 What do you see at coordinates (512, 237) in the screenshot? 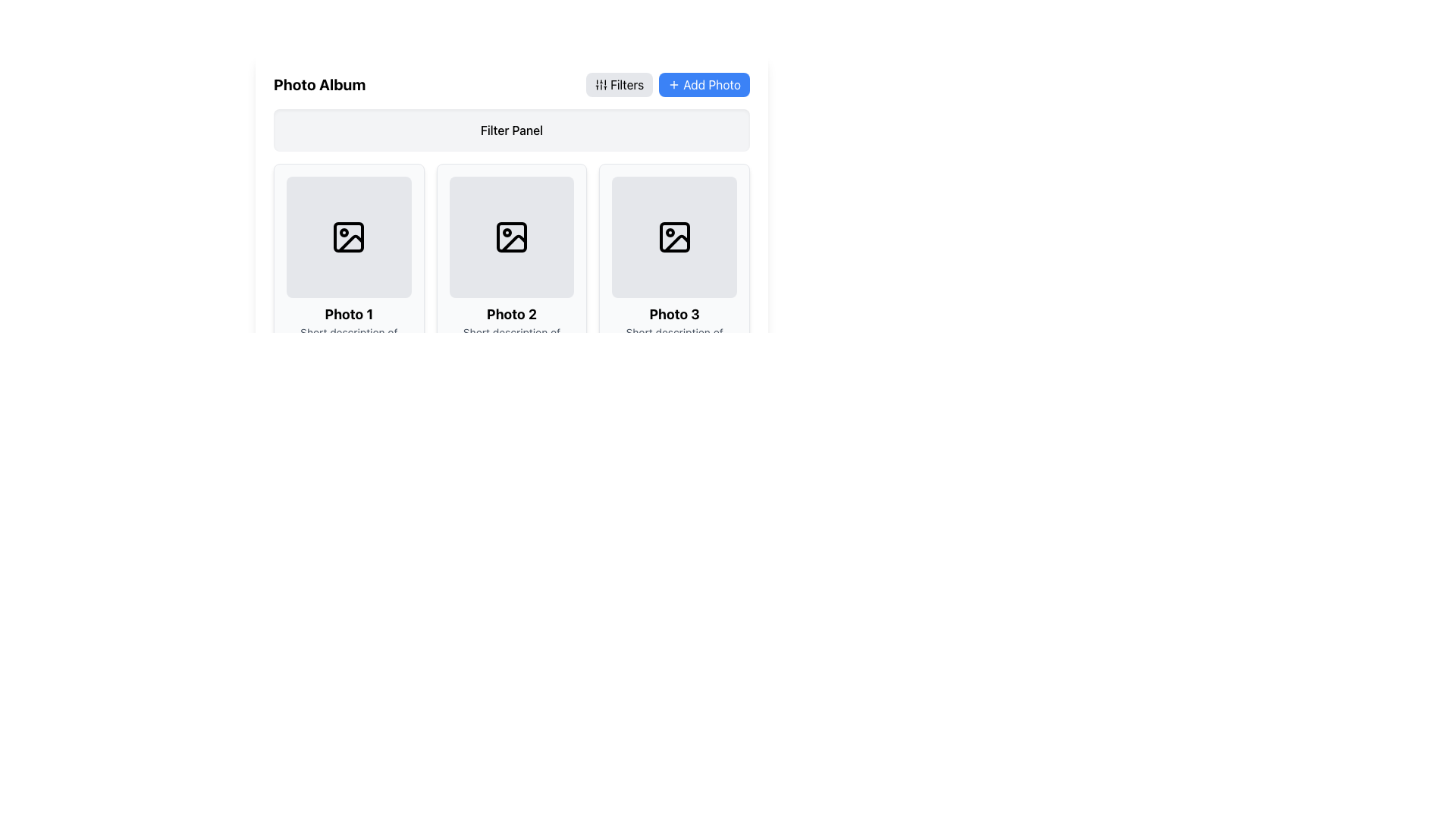
I see `the icon part of the second photo thumbnail card, which is visually represented by a decorative feature and is centered within the icon area` at bounding box center [512, 237].